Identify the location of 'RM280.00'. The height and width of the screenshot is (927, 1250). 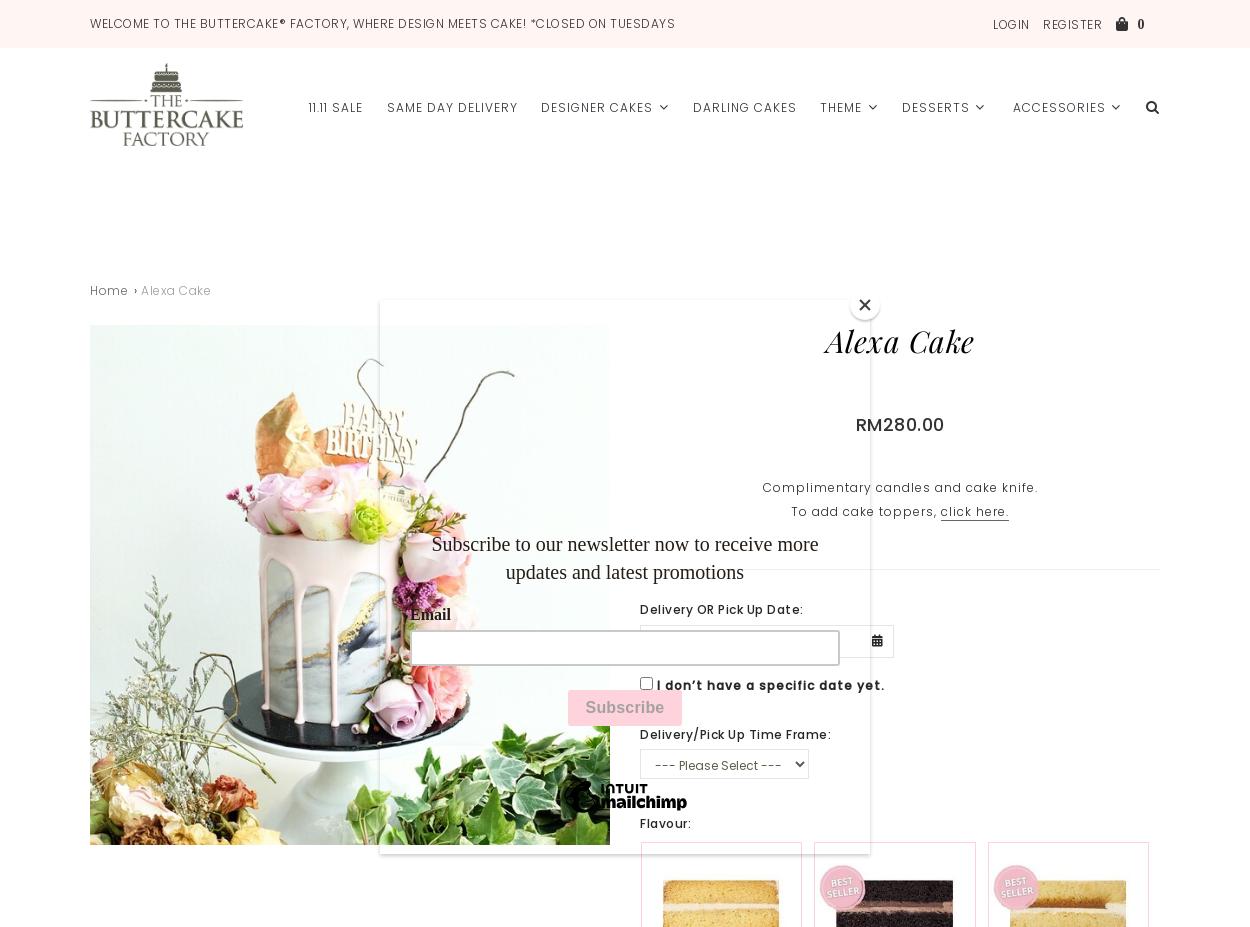
(899, 423).